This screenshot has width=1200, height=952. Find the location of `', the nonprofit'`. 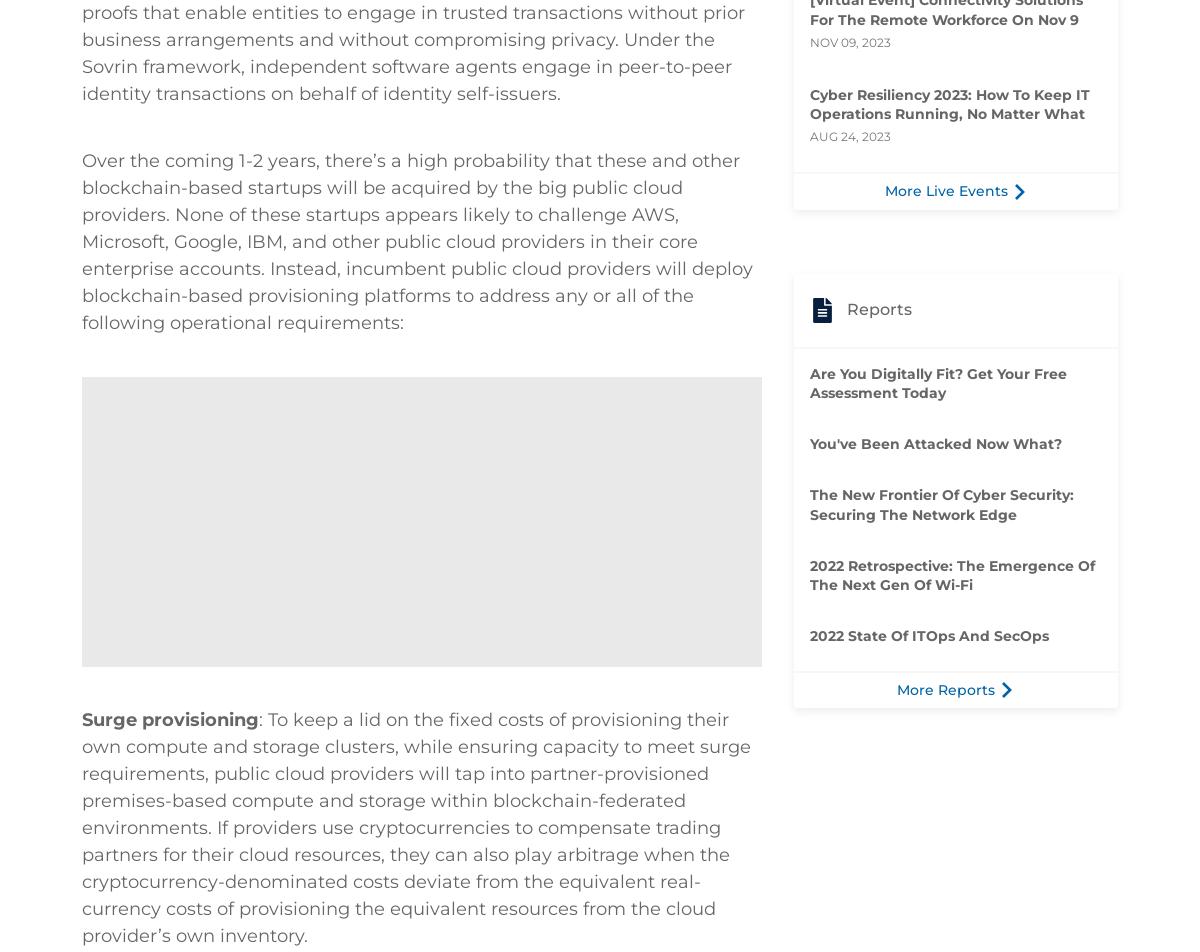

', the nonprofit' is located at coordinates (81, 201).